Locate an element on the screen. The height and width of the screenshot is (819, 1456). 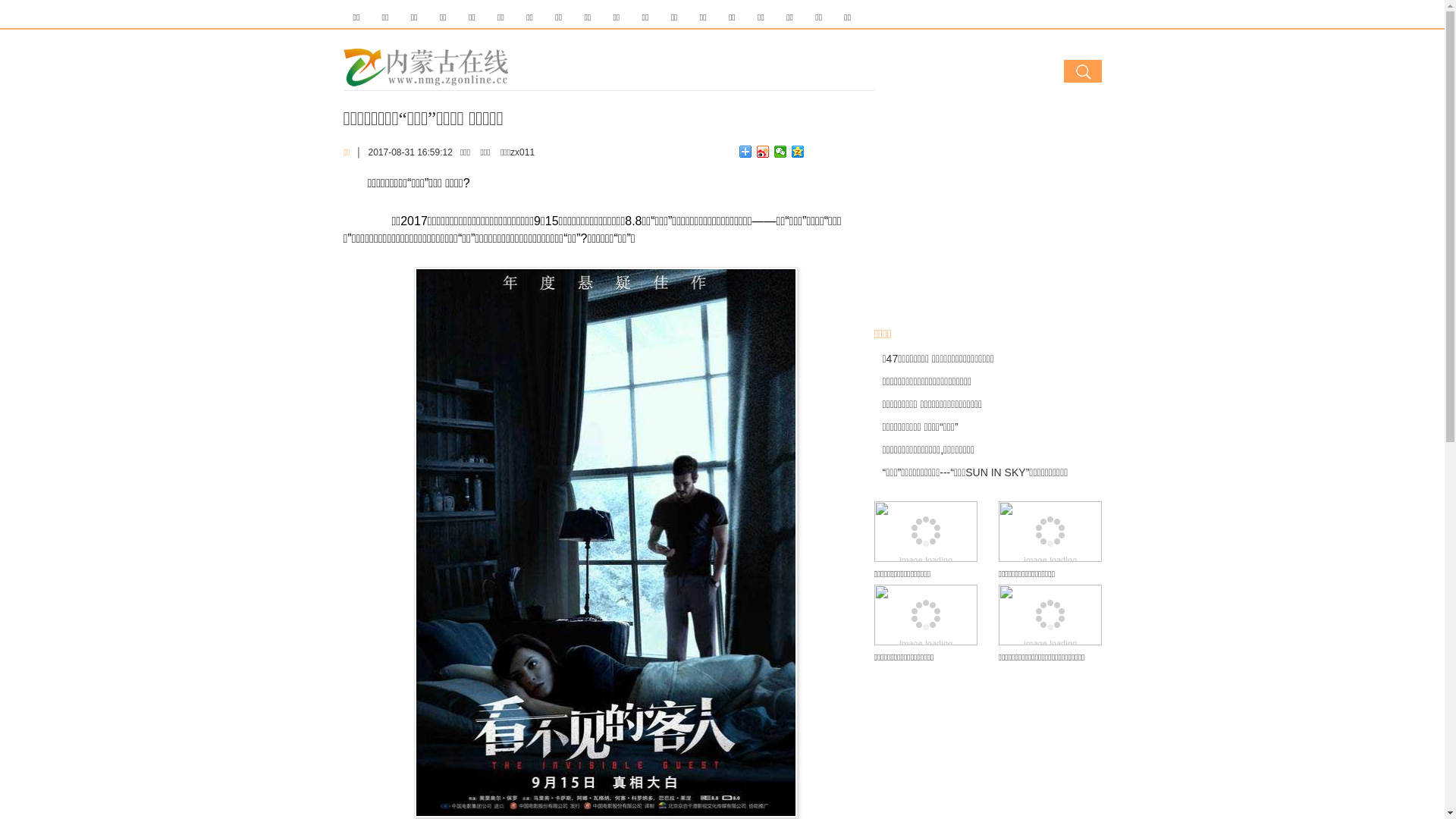
'Advertisement' is located at coordinates (987, 207).